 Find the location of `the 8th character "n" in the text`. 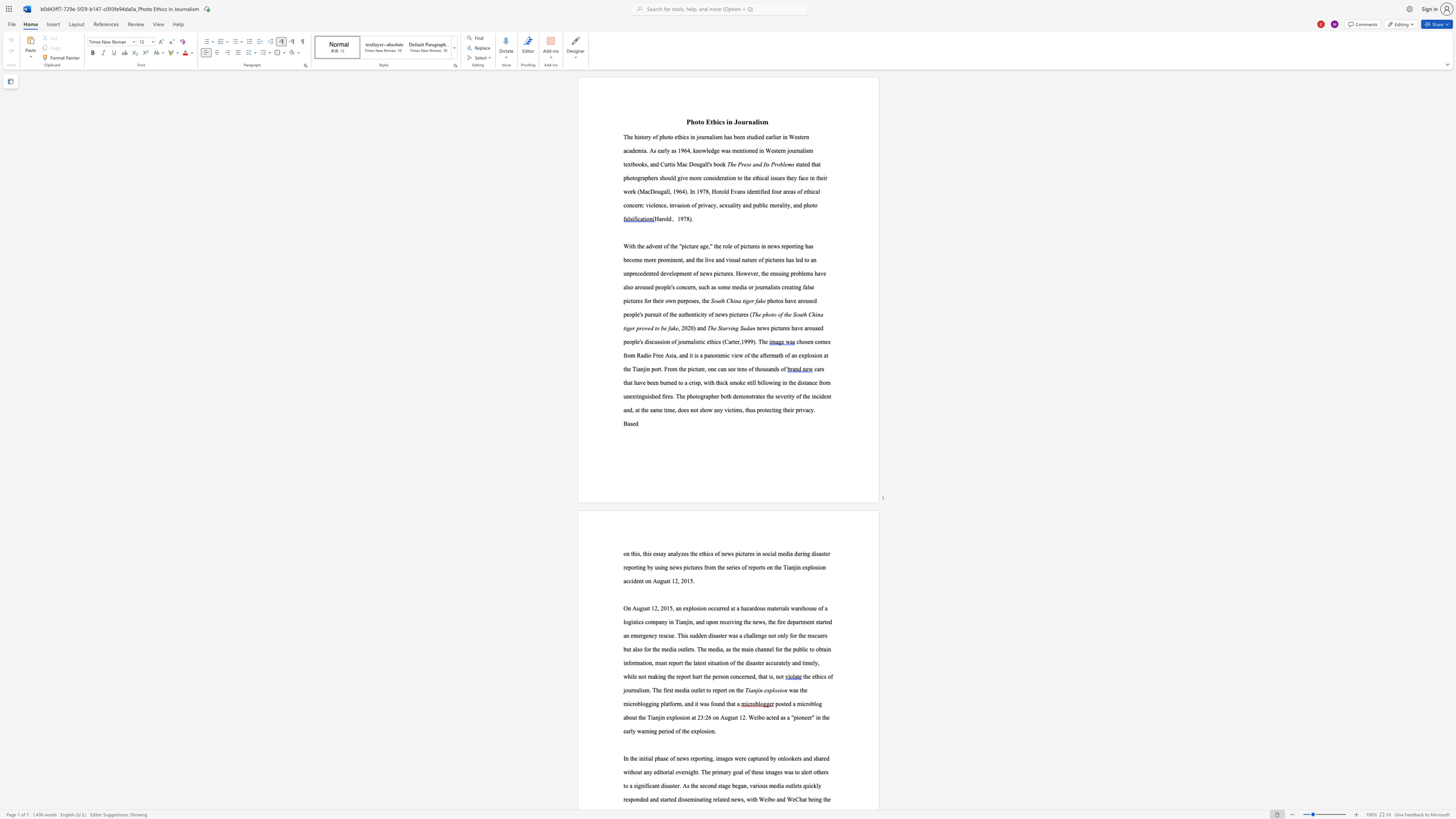

the 8th character "n" in the text is located at coordinates (719, 259).